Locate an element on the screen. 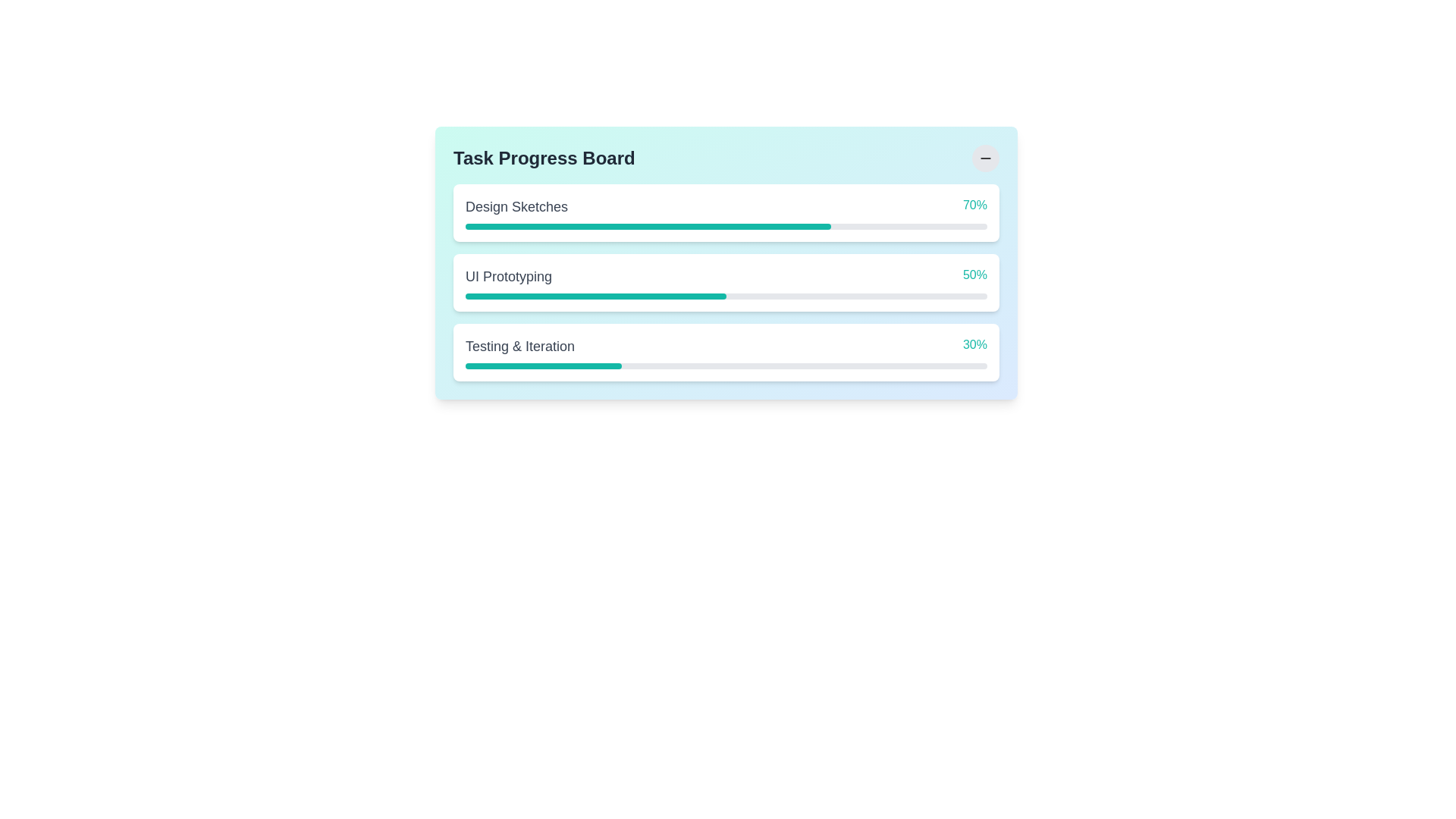 This screenshot has width=1456, height=819. the Progress Bar indicating 30% completion for the 'Testing & Iteration' task, located in the bottom section of the task progress board interface is located at coordinates (726, 366).